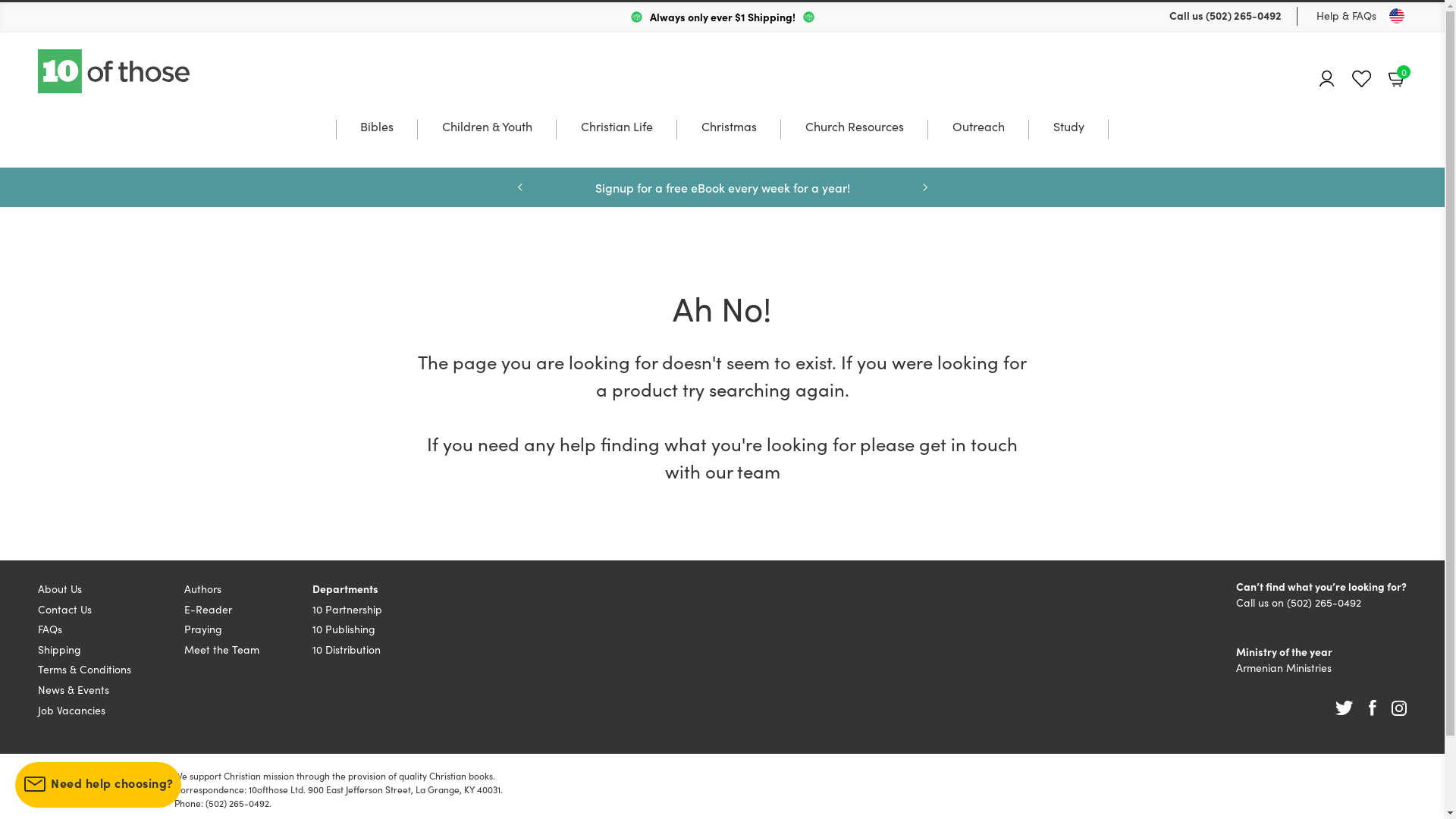  I want to click on '10 of those', so click(115, 71).